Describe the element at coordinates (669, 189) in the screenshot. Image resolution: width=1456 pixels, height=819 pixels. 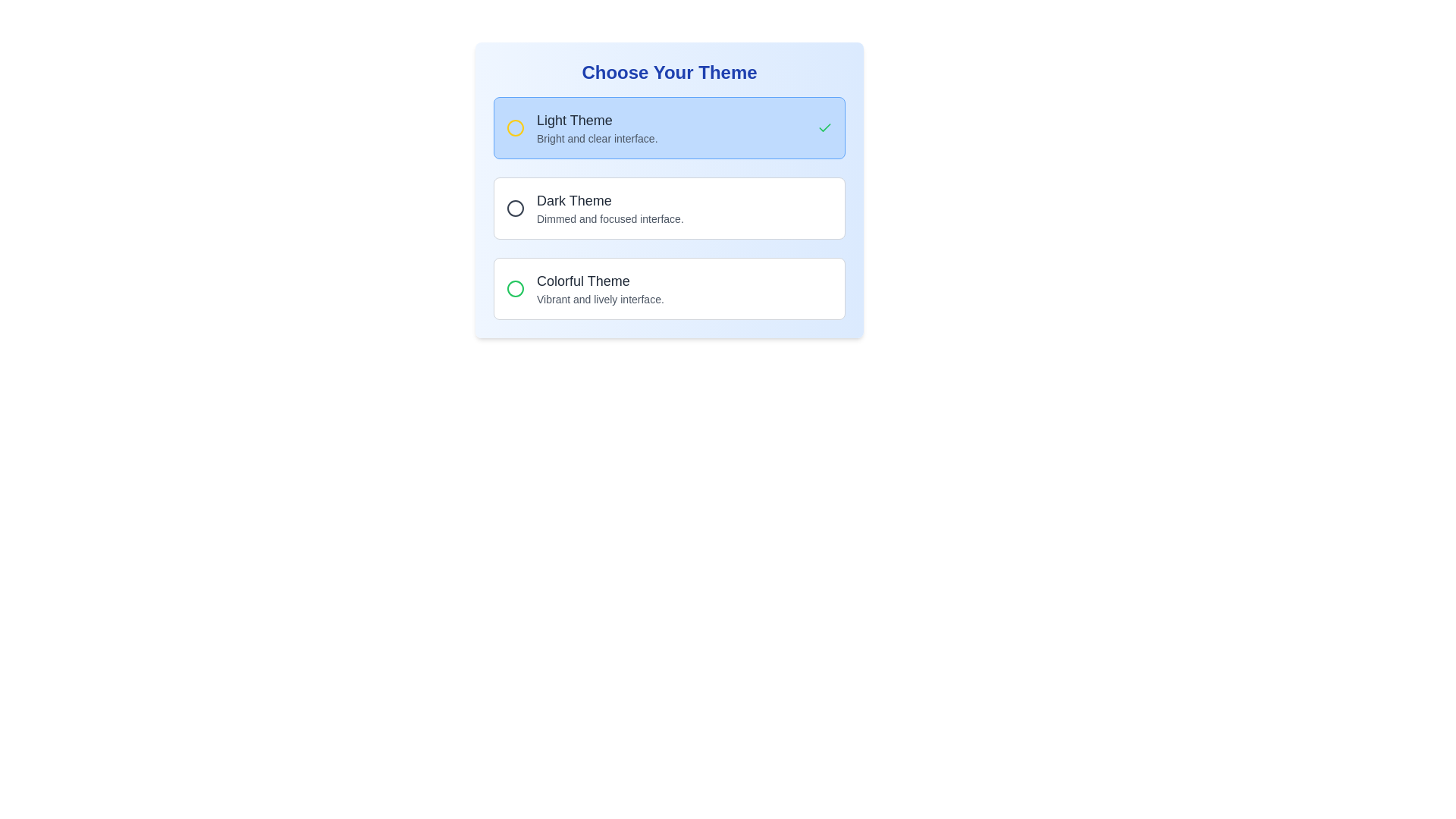
I see `the selectable card option for the 'Dark Theme' located in the vertical list of theme options` at that location.